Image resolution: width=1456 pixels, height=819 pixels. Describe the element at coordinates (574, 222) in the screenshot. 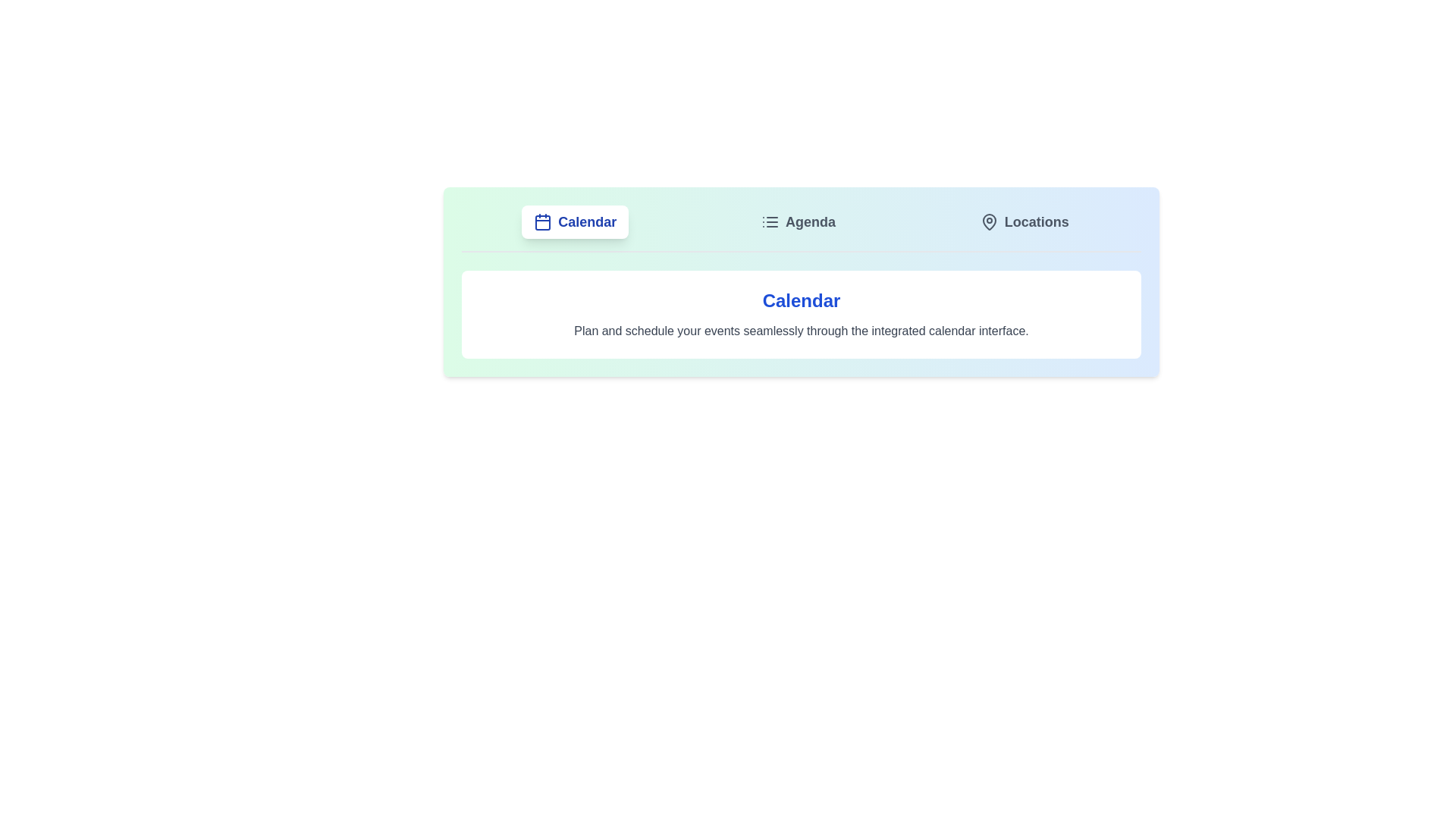

I see `the Calendar tab to view its content` at that location.